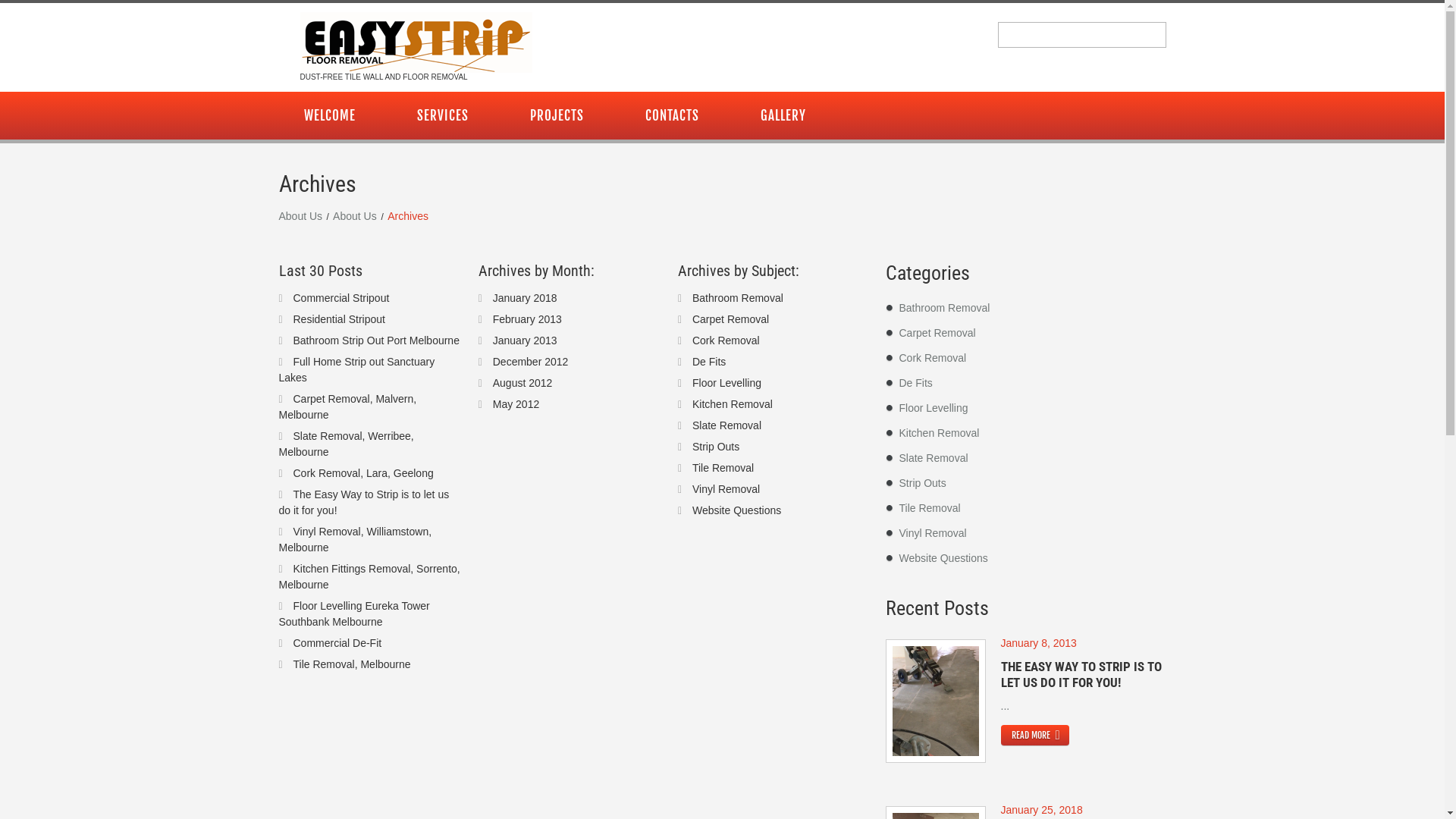 The height and width of the screenshot is (819, 1456). Describe the element at coordinates (356, 369) in the screenshot. I see `'Full Home Strip out Sanctuary Lakes'` at that location.